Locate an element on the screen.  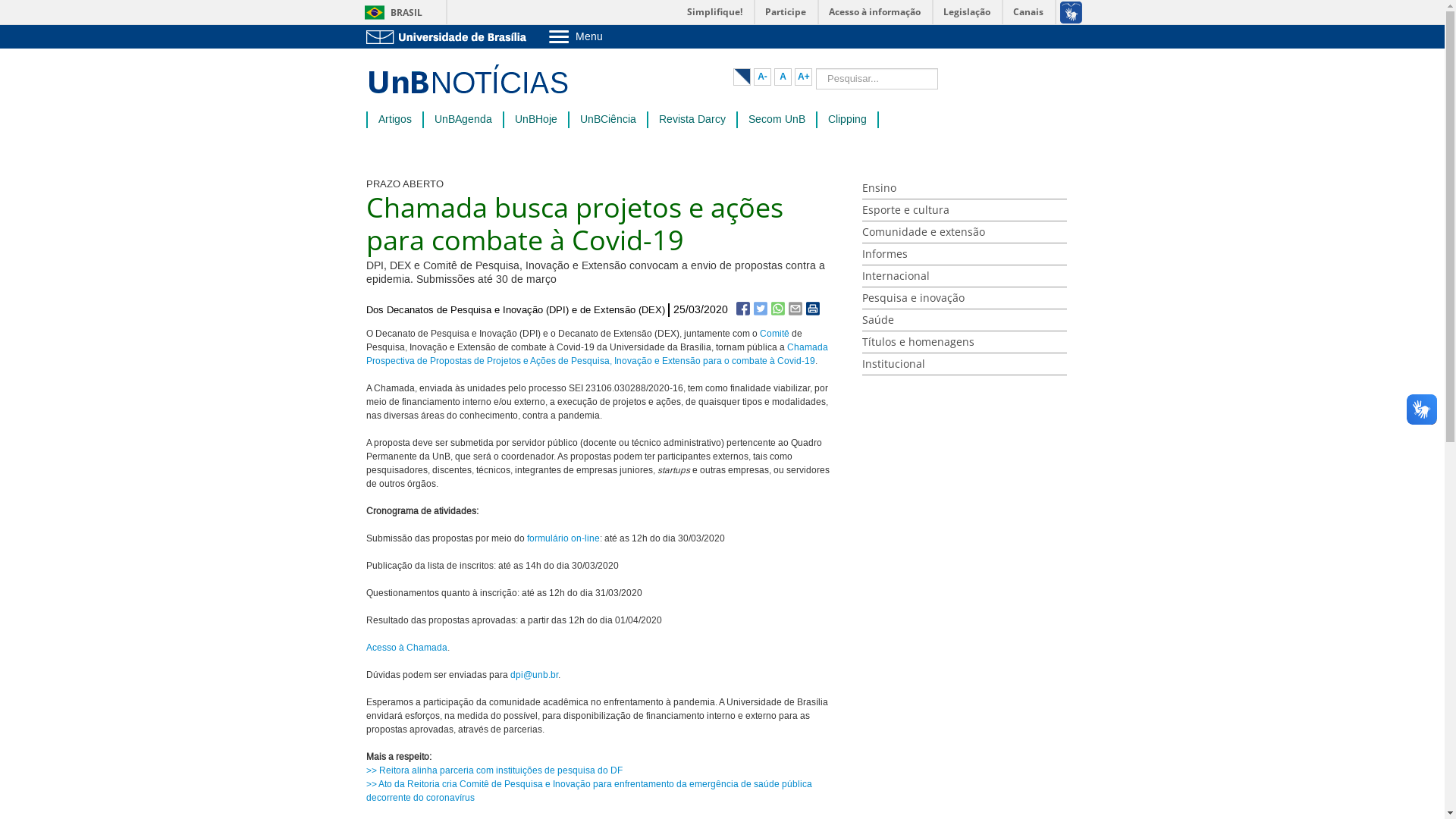
'A+' is located at coordinates (793, 77).